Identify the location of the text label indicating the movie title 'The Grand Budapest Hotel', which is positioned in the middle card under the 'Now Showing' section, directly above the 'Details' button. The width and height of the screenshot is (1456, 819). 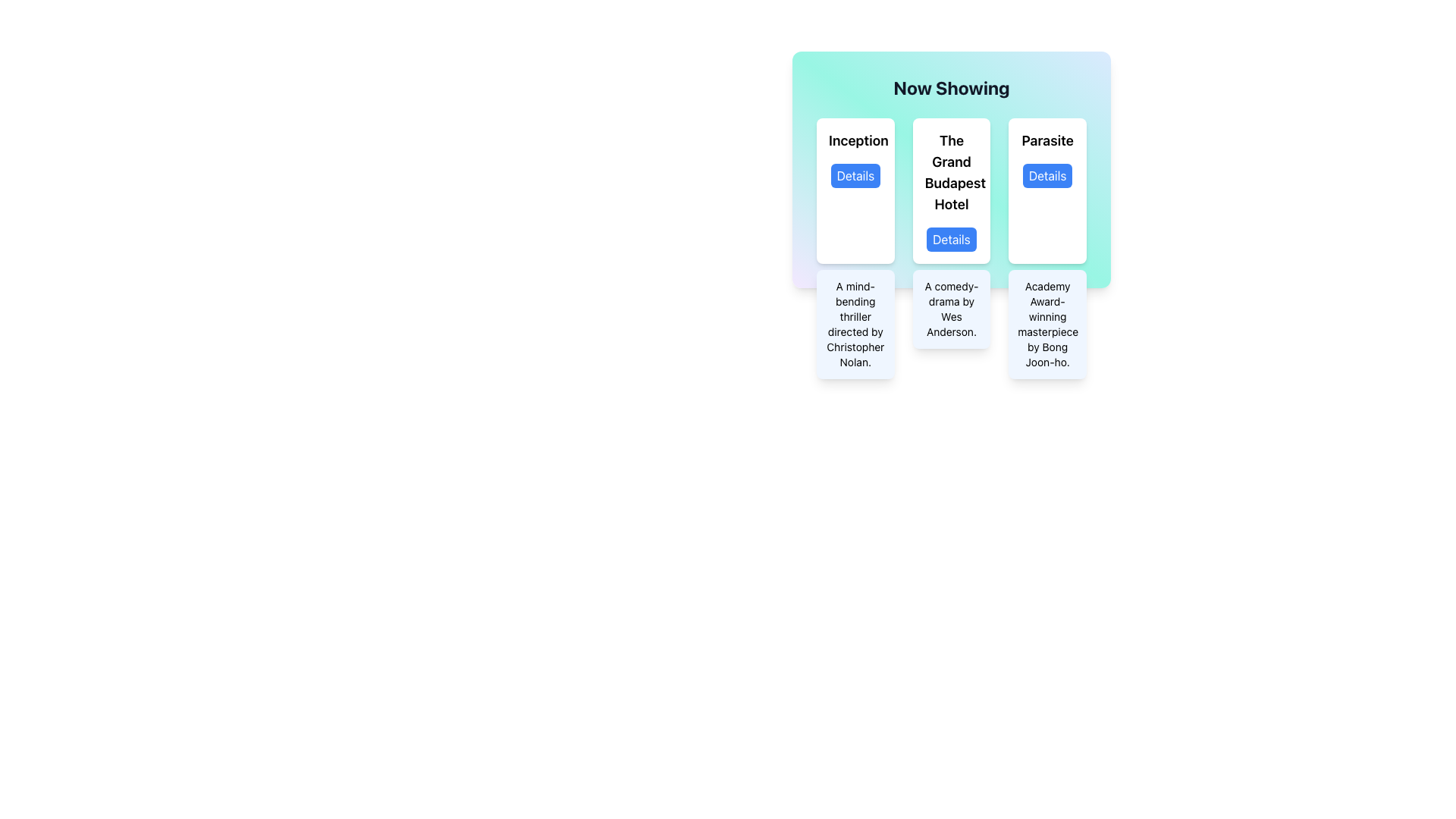
(950, 171).